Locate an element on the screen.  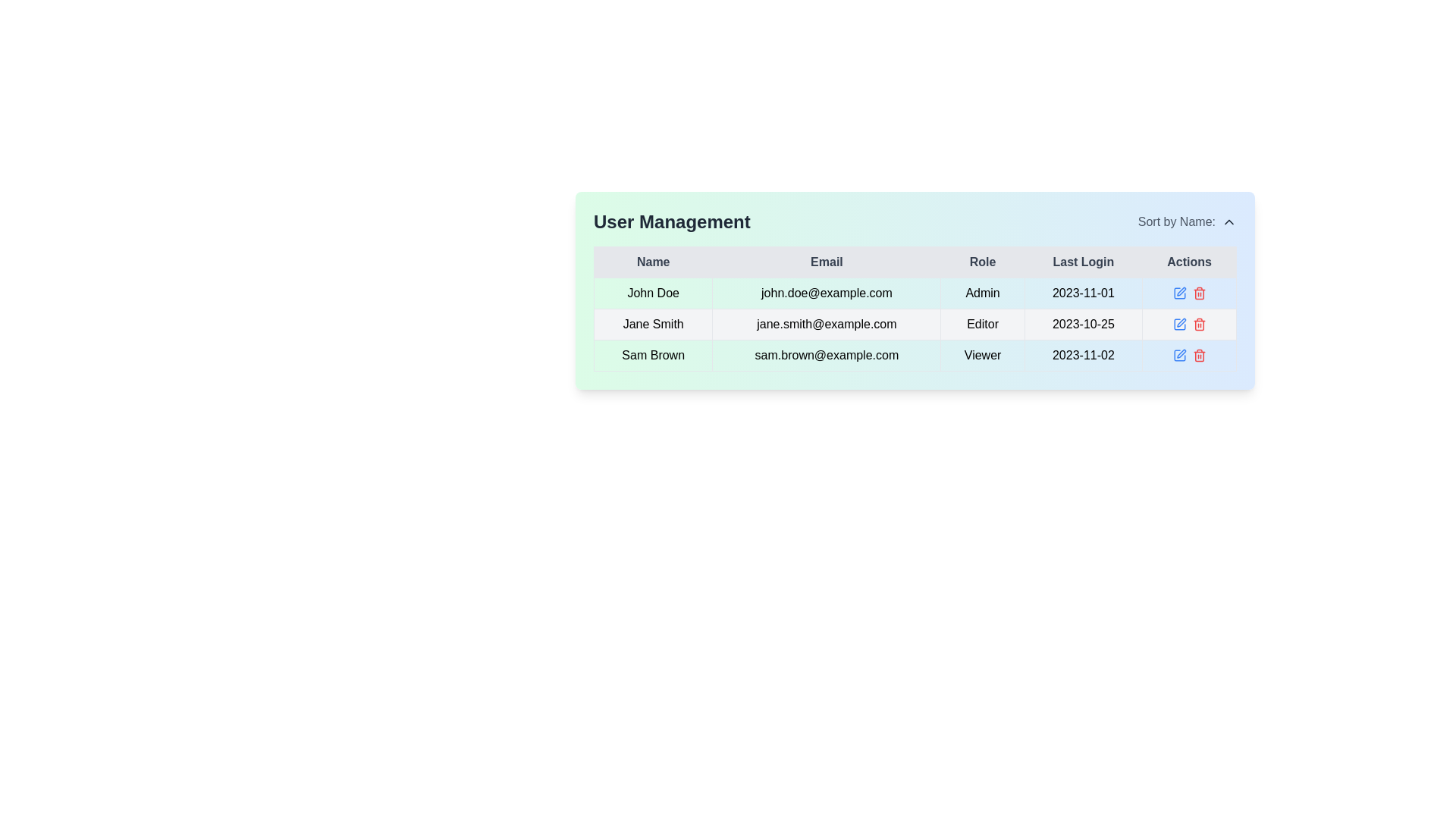
the Table Header Cell labeled 'Role' in the user management interface, which is styled with gray text and located in the third position of the header row is located at coordinates (983, 262).